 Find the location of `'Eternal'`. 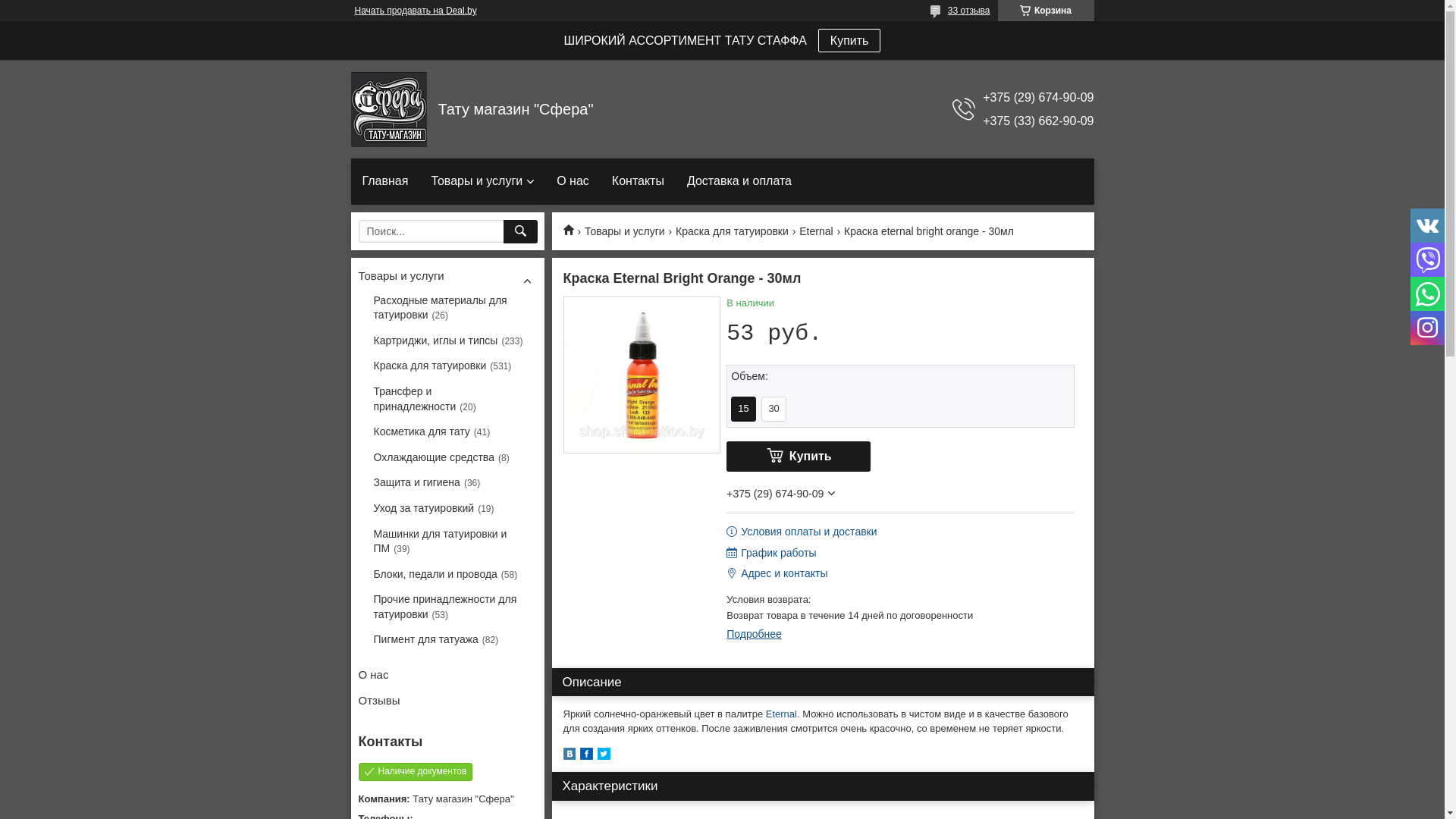

'Eternal' is located at coordinates (781, 714).